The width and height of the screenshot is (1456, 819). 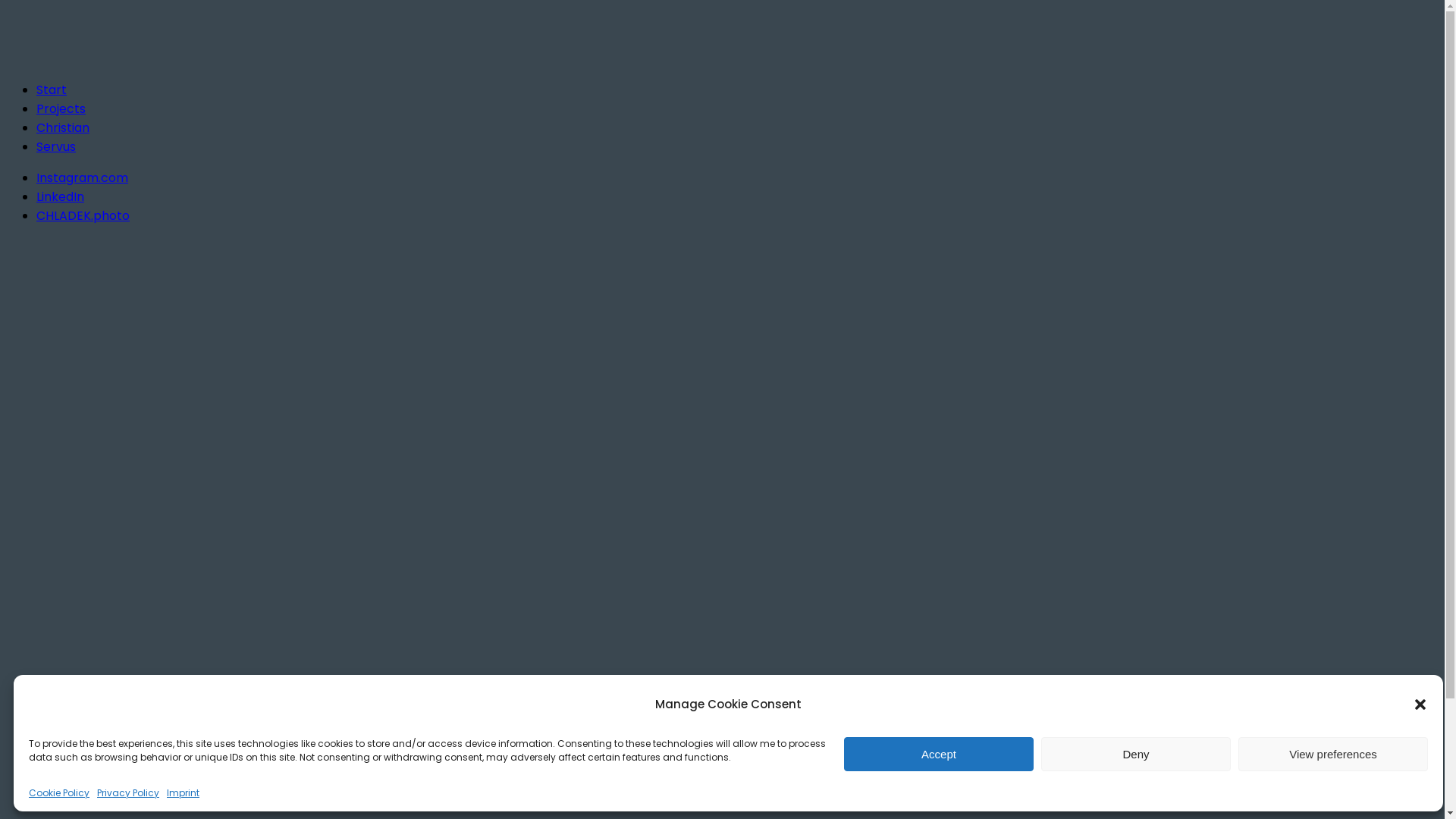 I want to click on 'Start', so click(x=51, y=89).